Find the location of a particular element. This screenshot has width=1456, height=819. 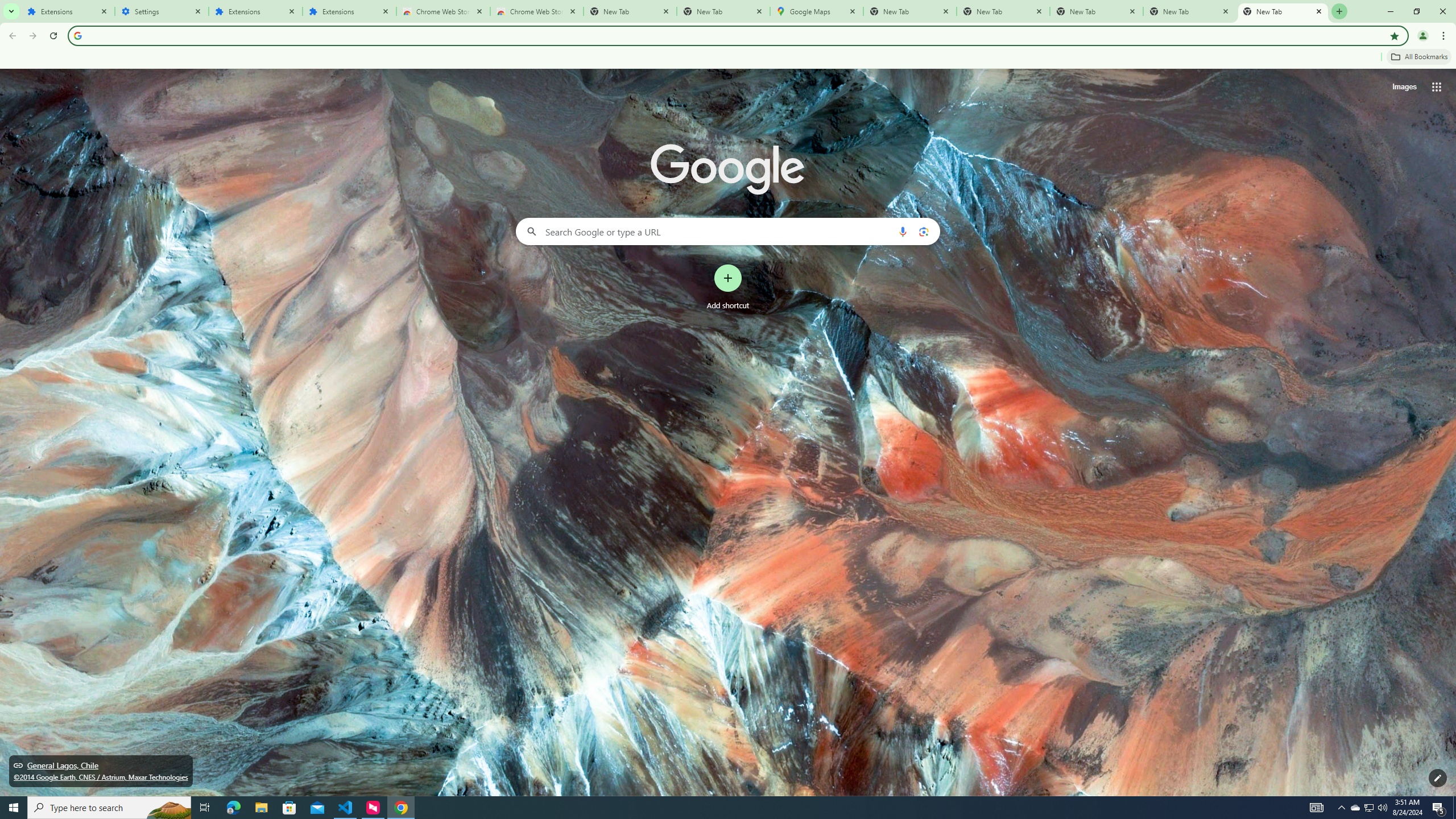

'New Tab' is located at coordinates (1283, 11).